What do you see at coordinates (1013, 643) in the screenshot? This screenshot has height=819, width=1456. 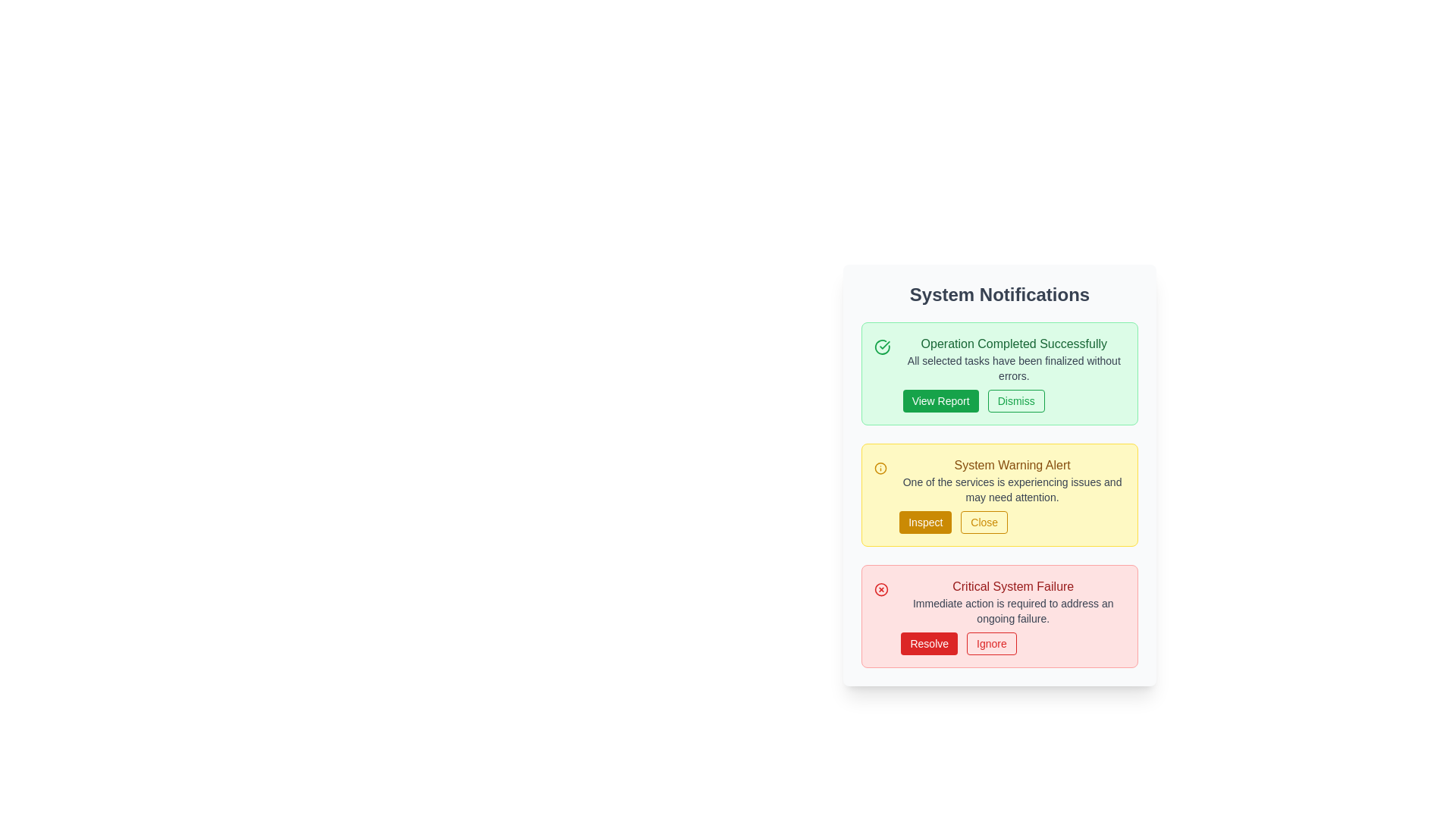 I see `the 'Ignore' button` at bounding box center [1013, 643].